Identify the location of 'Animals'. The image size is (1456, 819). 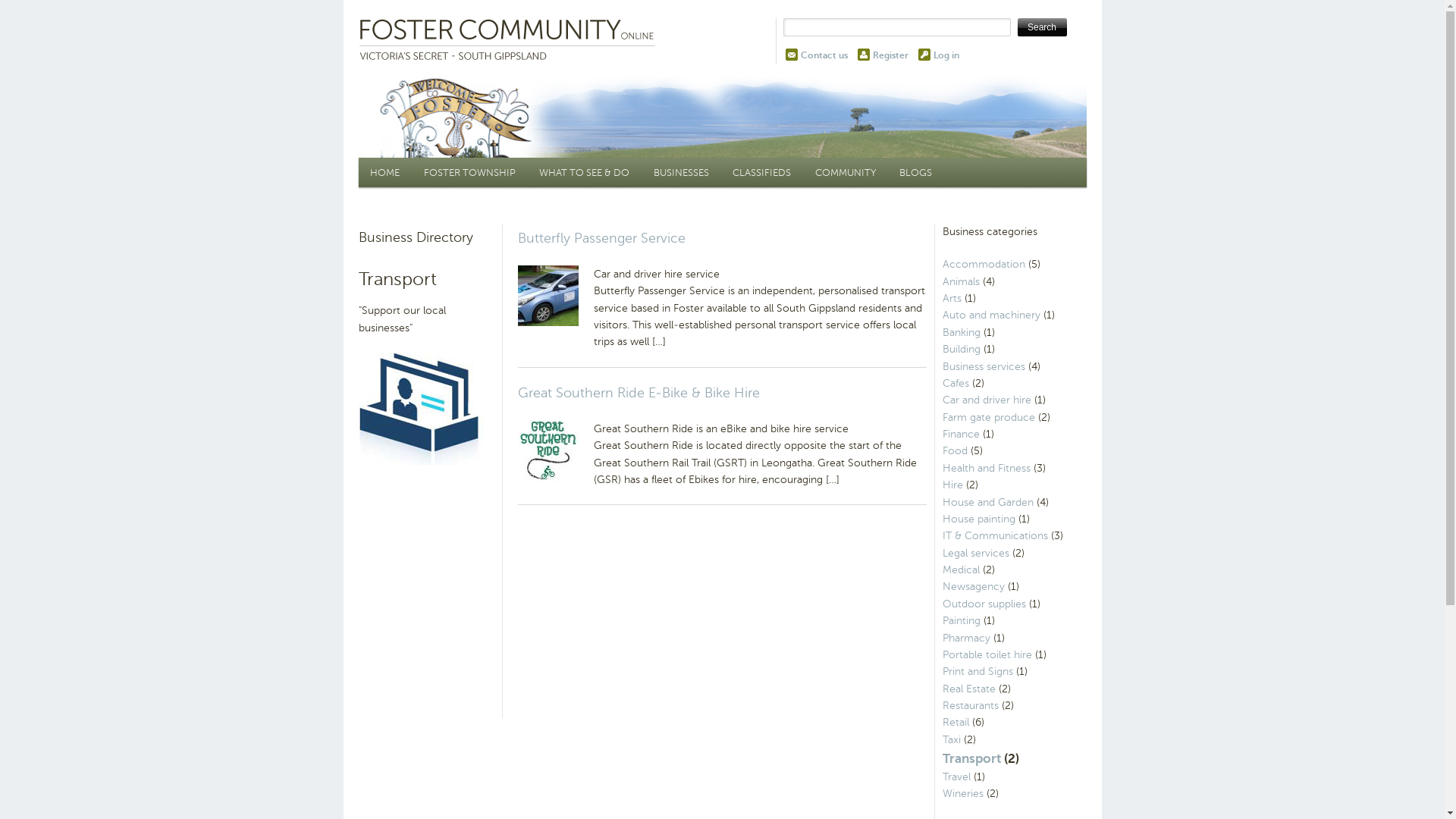
(959, 281).